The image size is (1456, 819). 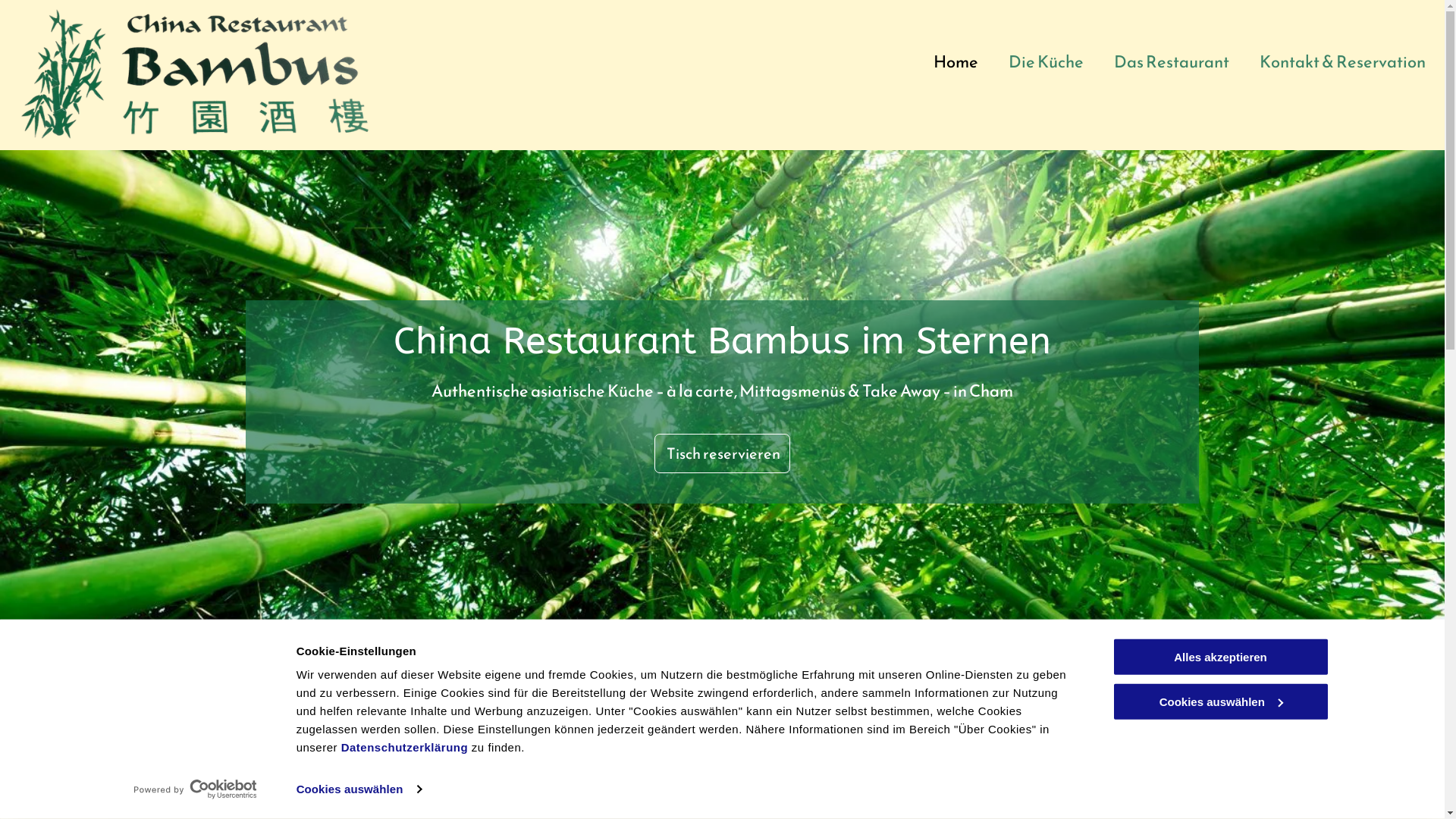 What do you see at coordinates (1171, 61) in the screenshot?
I see `'Das Restaurant'` at bounding box center [1171, 61].